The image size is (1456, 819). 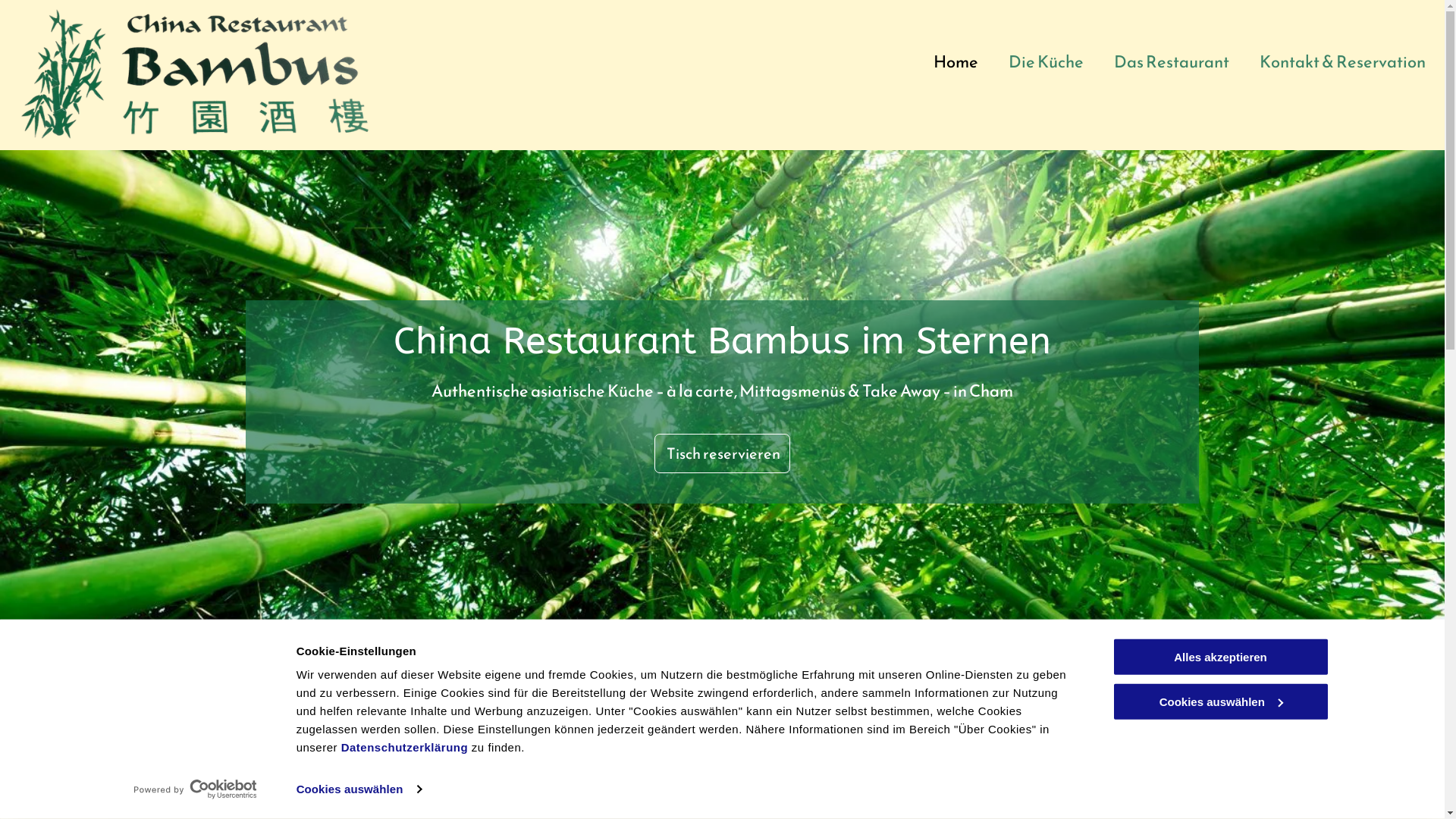 What do you see at coordinates (1171, 61) in the screenshot?
I see `'Das Restaurant'` at bounding box center [1171, 61].